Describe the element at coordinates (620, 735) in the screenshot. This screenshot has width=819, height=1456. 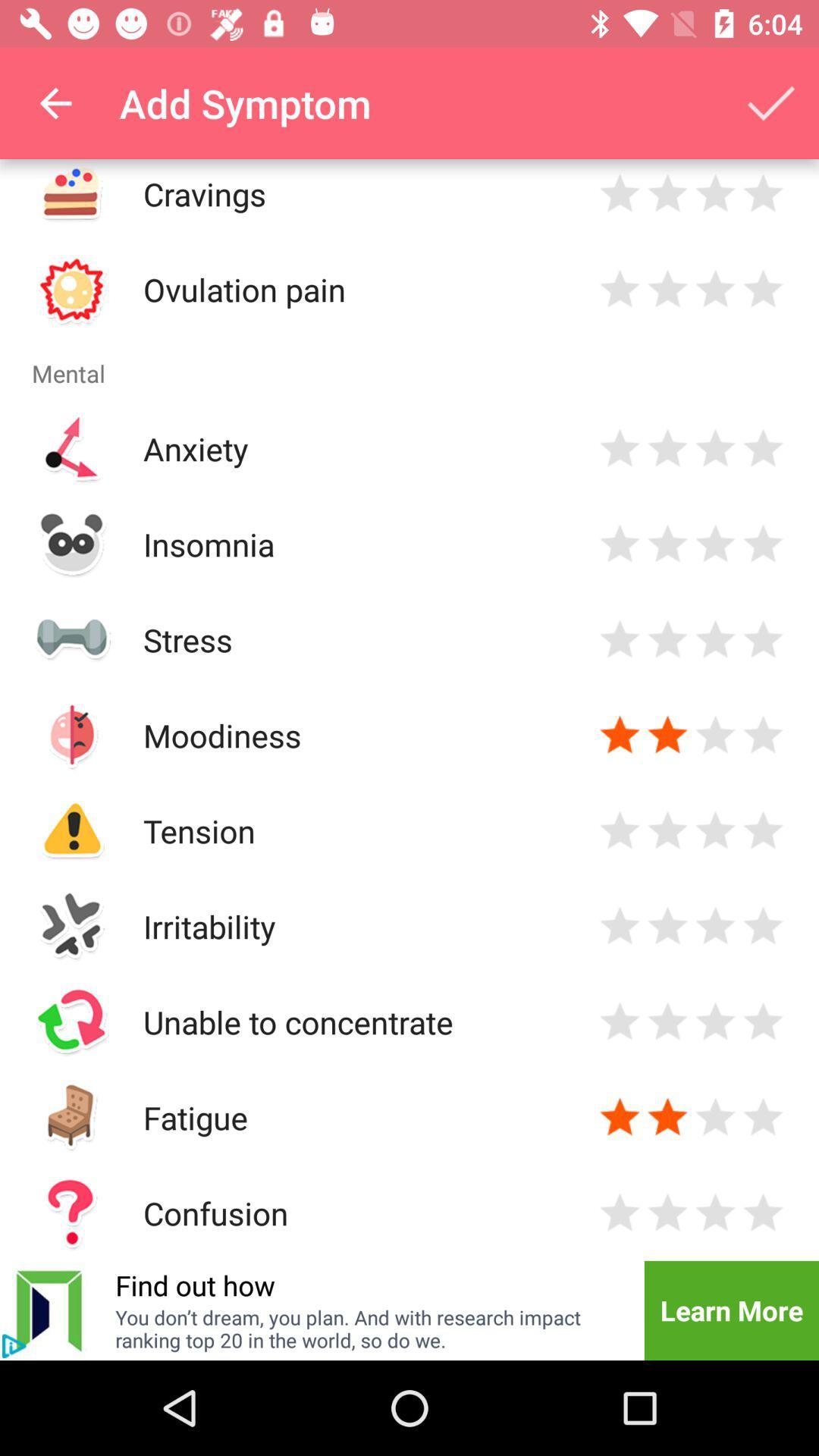
I see `rate 1 star` at that location.